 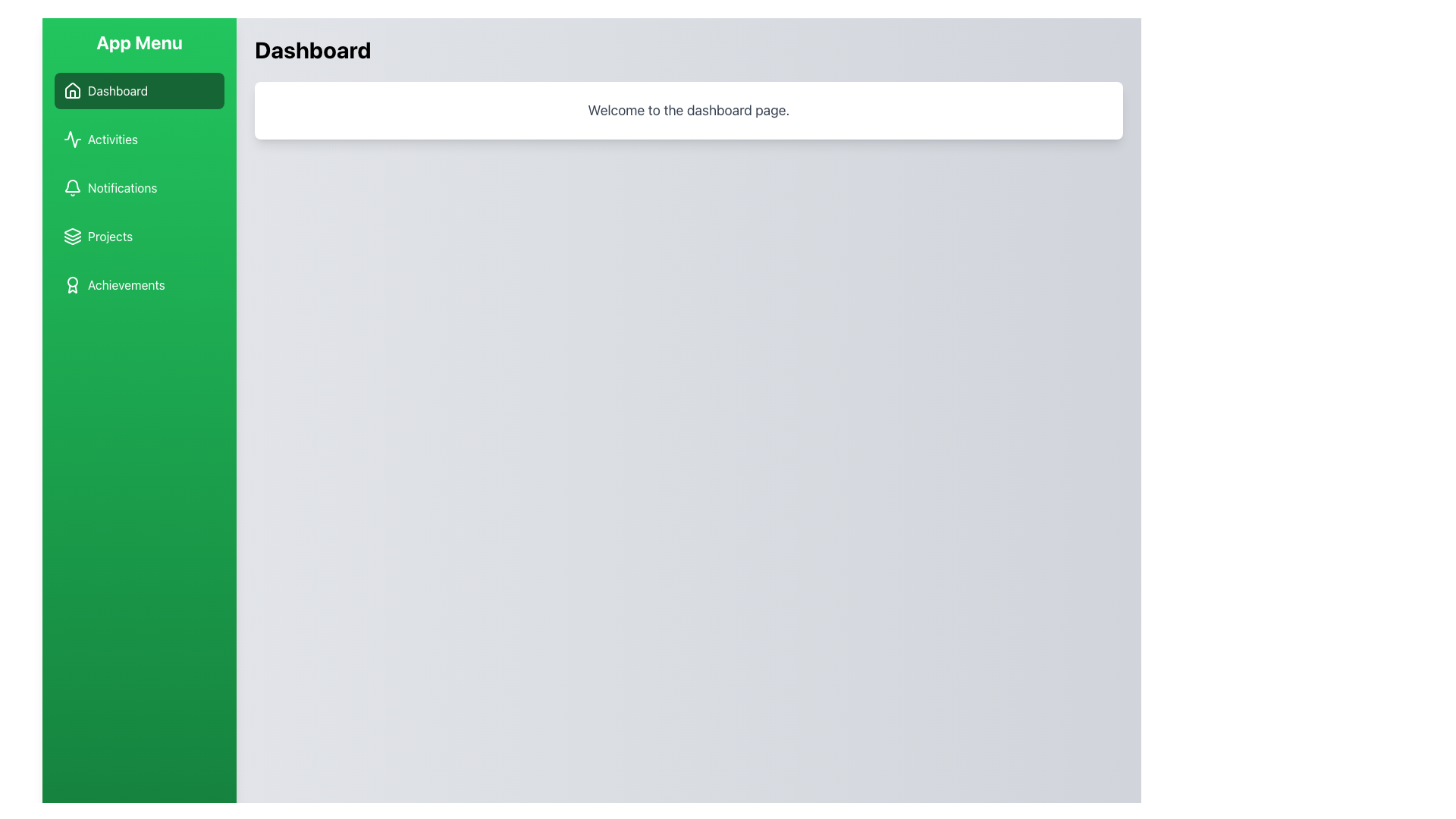 What do you see at coordinates (72, 187) in the screenshot?
I see `the bell icon on the green background in the sidebar menu` at bounding box center [72, 187].